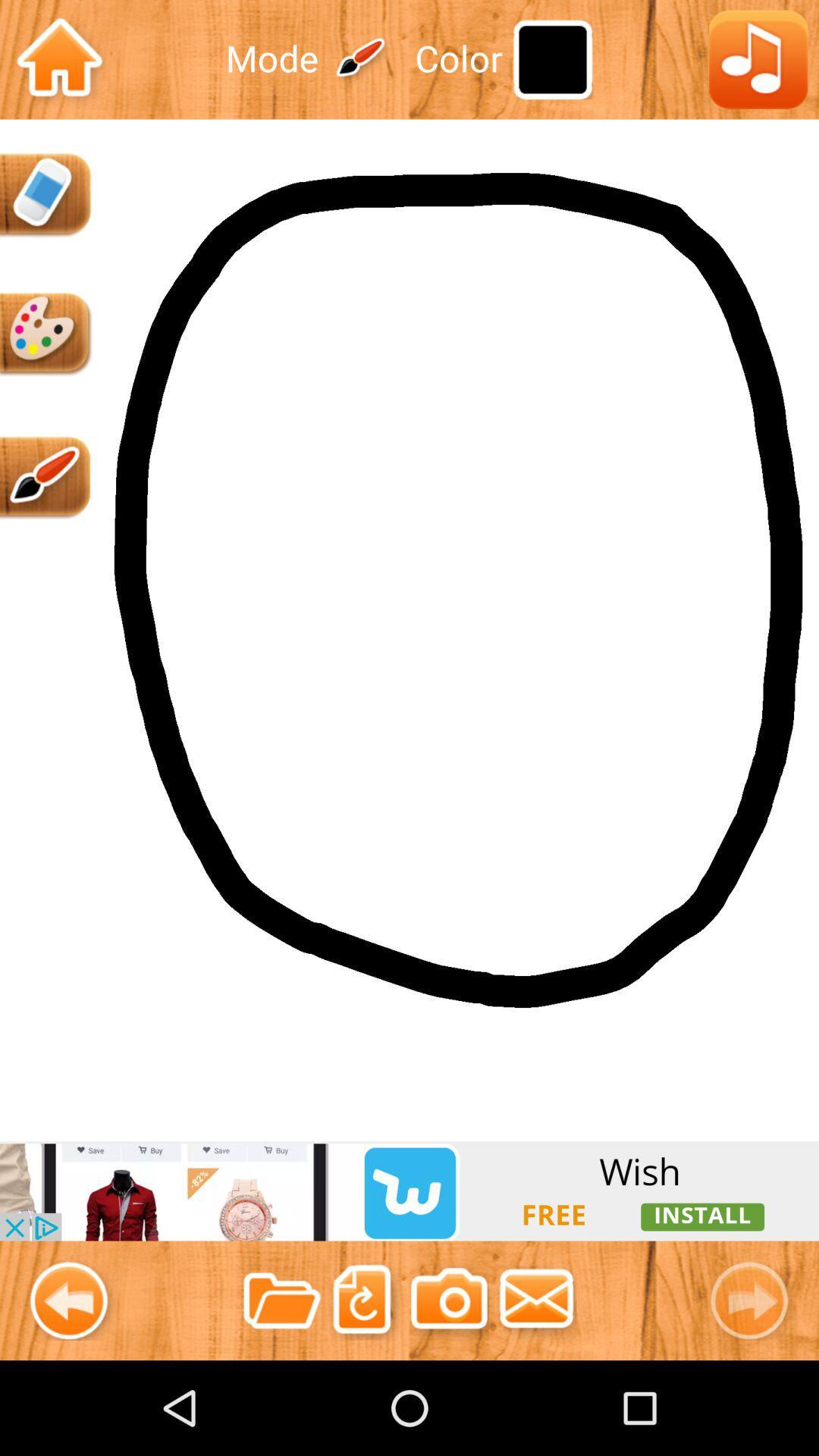 The height and width of the screenshot is (1456, 819). What do you see at coordinates (536, 1300) in the screenshot?
I see `email check option` at bounding box center [536, 1300].